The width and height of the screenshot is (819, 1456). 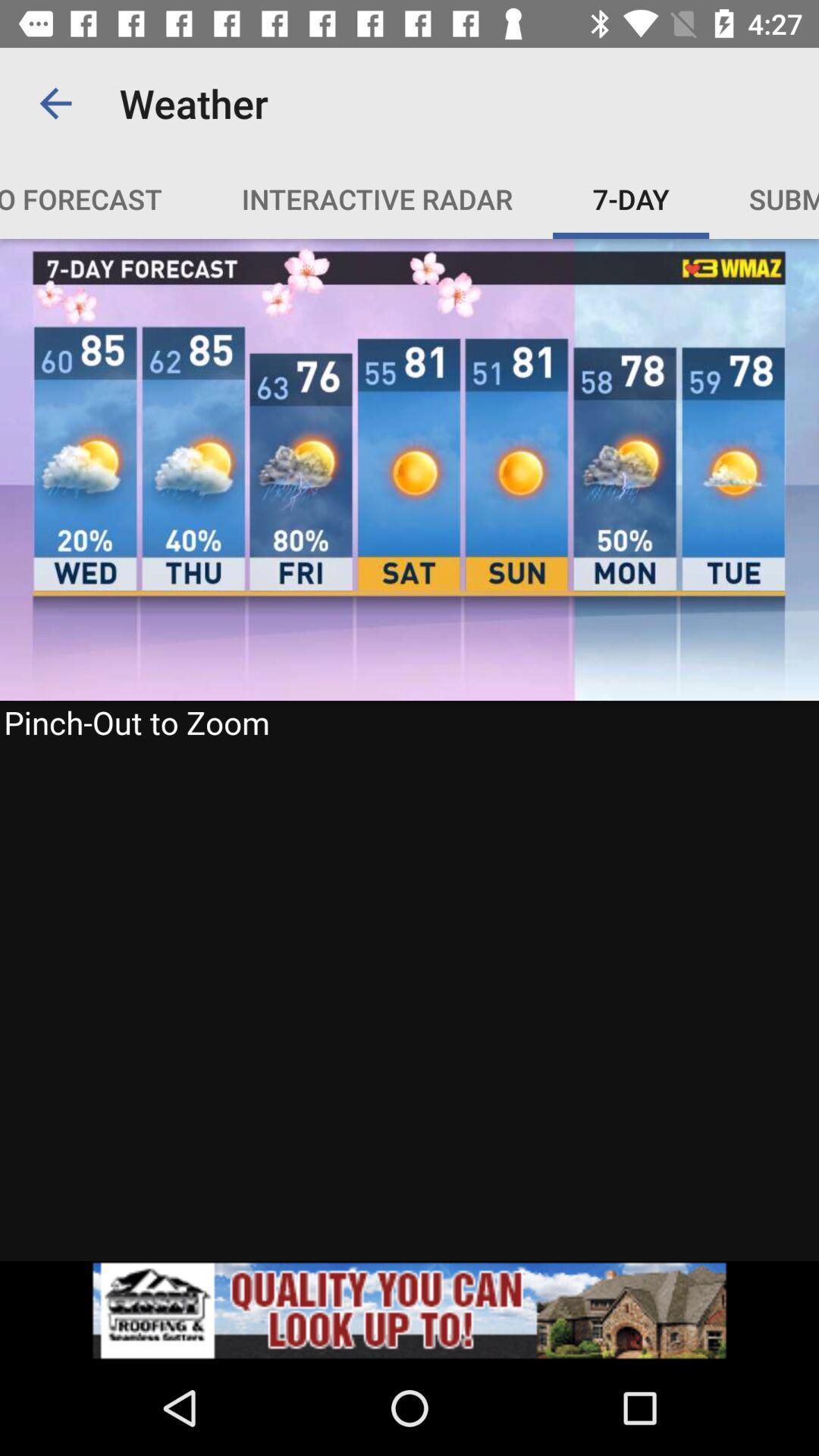 What do you see at coordinates (409, 749) in the screenshot?
I see `expand image` at bounding box center [409, 749].